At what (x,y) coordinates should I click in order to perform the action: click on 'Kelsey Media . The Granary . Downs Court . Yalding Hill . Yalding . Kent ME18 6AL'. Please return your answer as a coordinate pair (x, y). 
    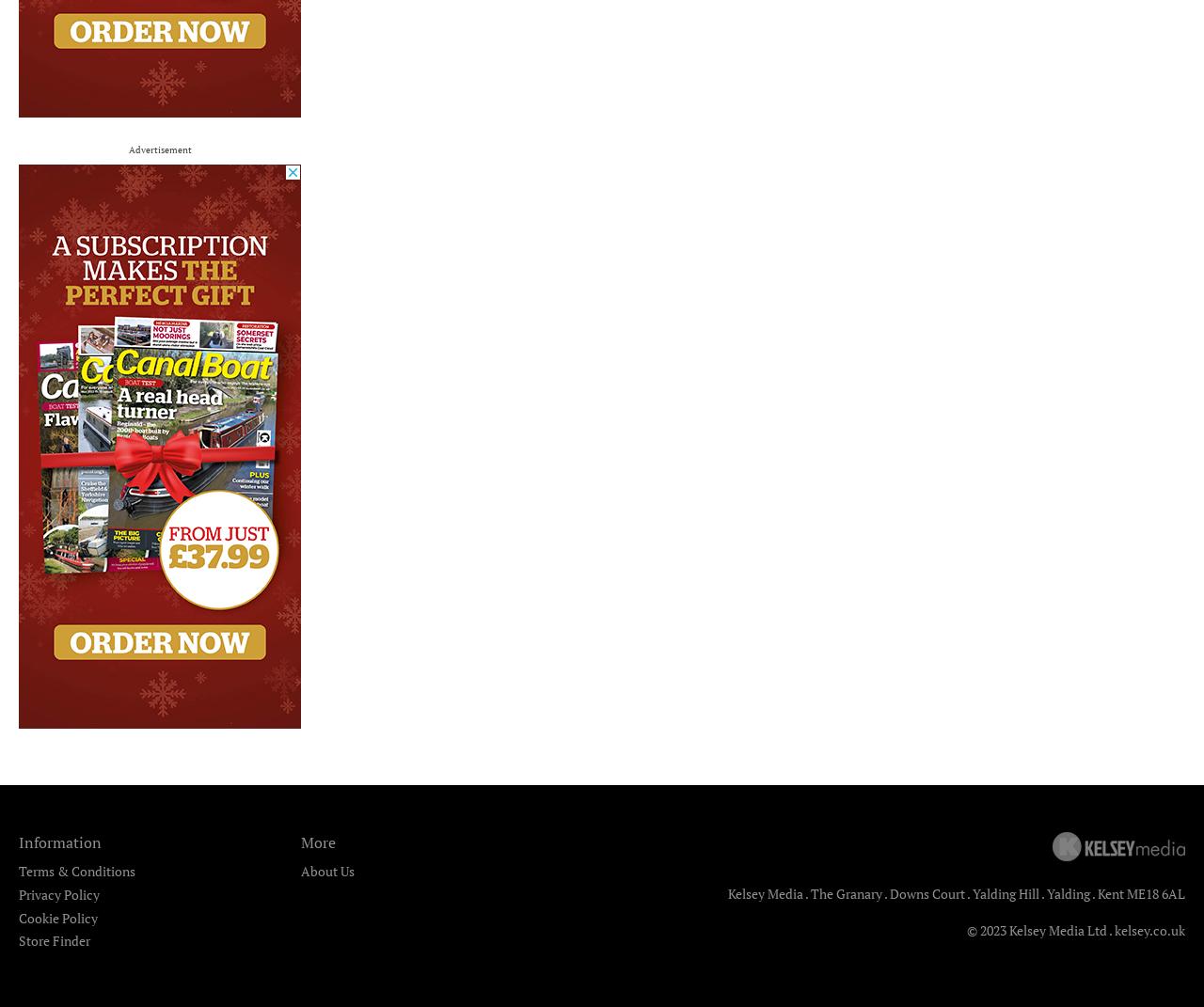
    Looking at the image, I should click on (956, 891).